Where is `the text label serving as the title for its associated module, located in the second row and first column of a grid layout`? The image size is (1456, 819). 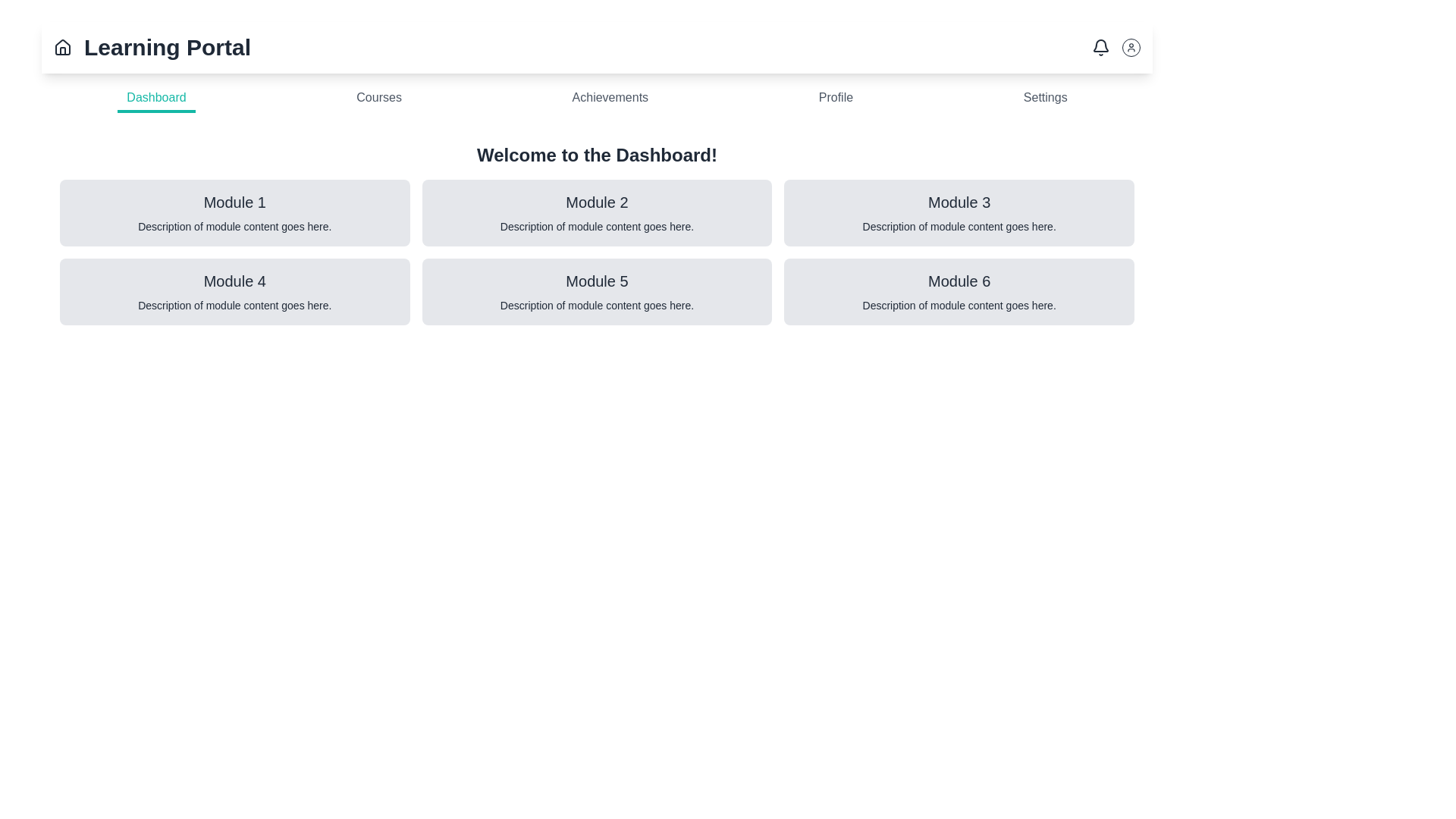 the text label serving as the title for its associated module, located in the second row and first column of a grid layout is located at coordinates (234, 281).